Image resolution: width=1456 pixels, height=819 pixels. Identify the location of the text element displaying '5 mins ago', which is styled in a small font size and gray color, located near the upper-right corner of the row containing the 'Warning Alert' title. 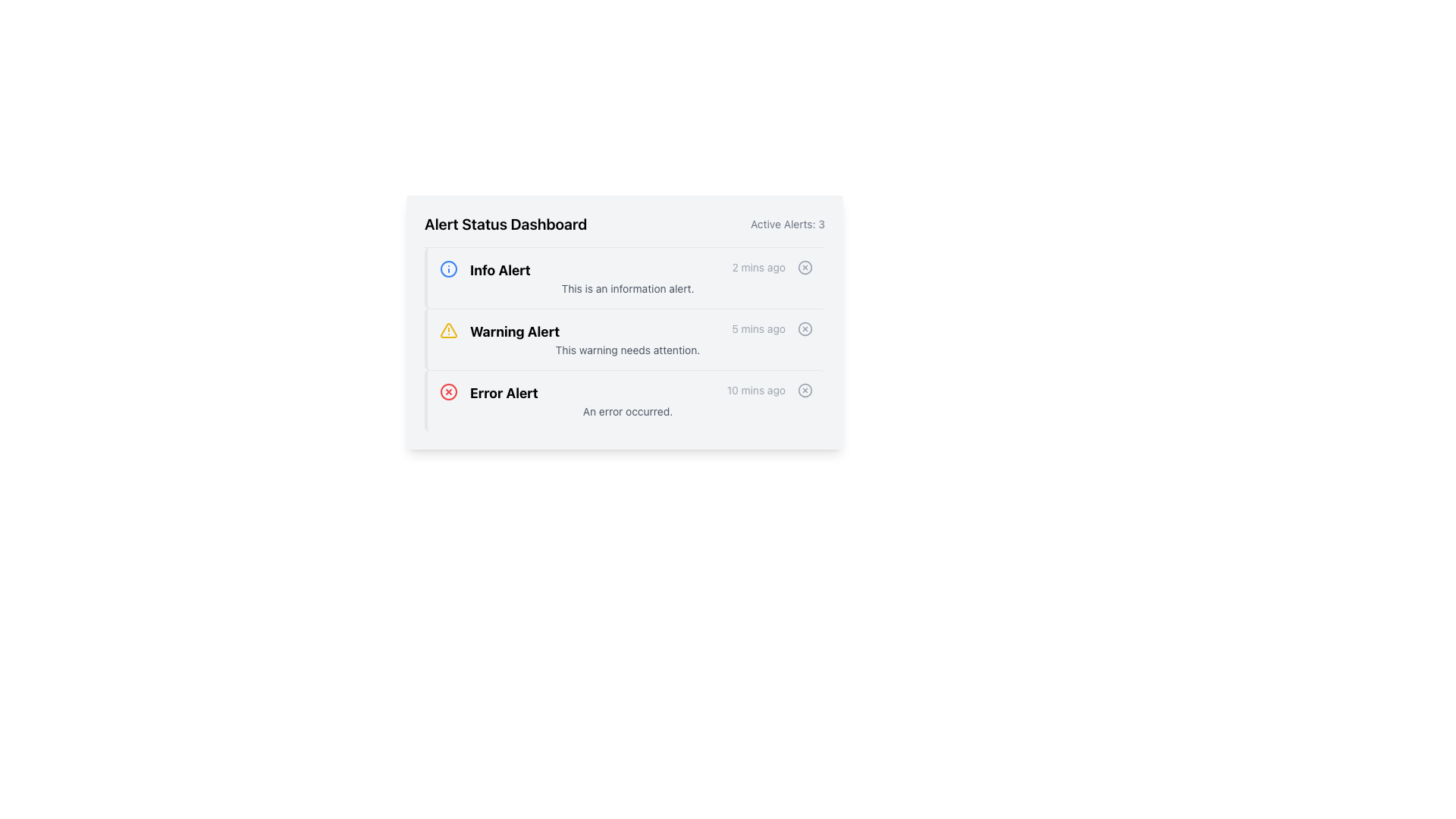
(758, 331).